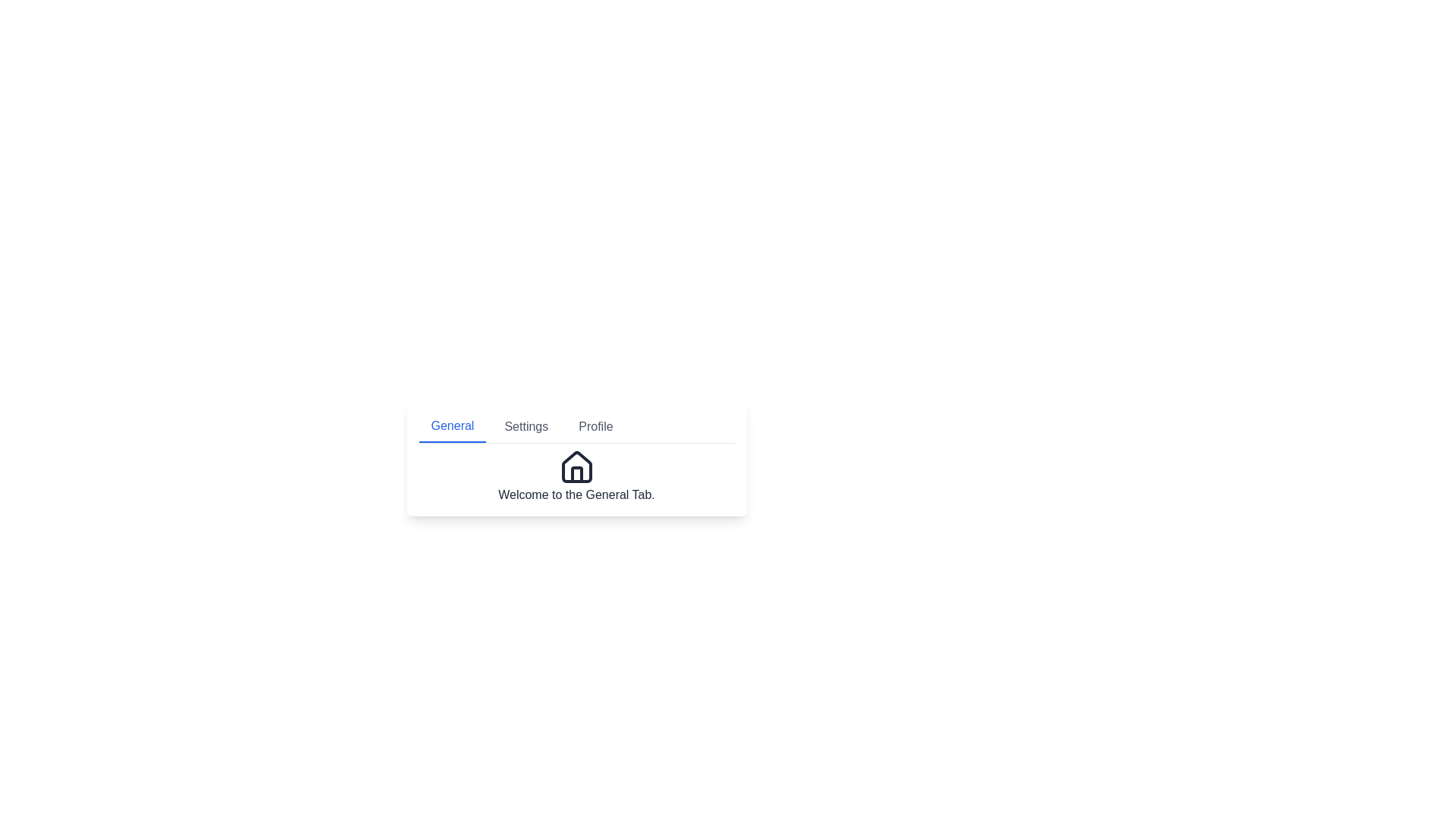  I want to click on the 'General' section icon located centrally at the bottom area of the 'General' tab interface, above the text 'Welcome to the General Tab.', so click(576, 466).